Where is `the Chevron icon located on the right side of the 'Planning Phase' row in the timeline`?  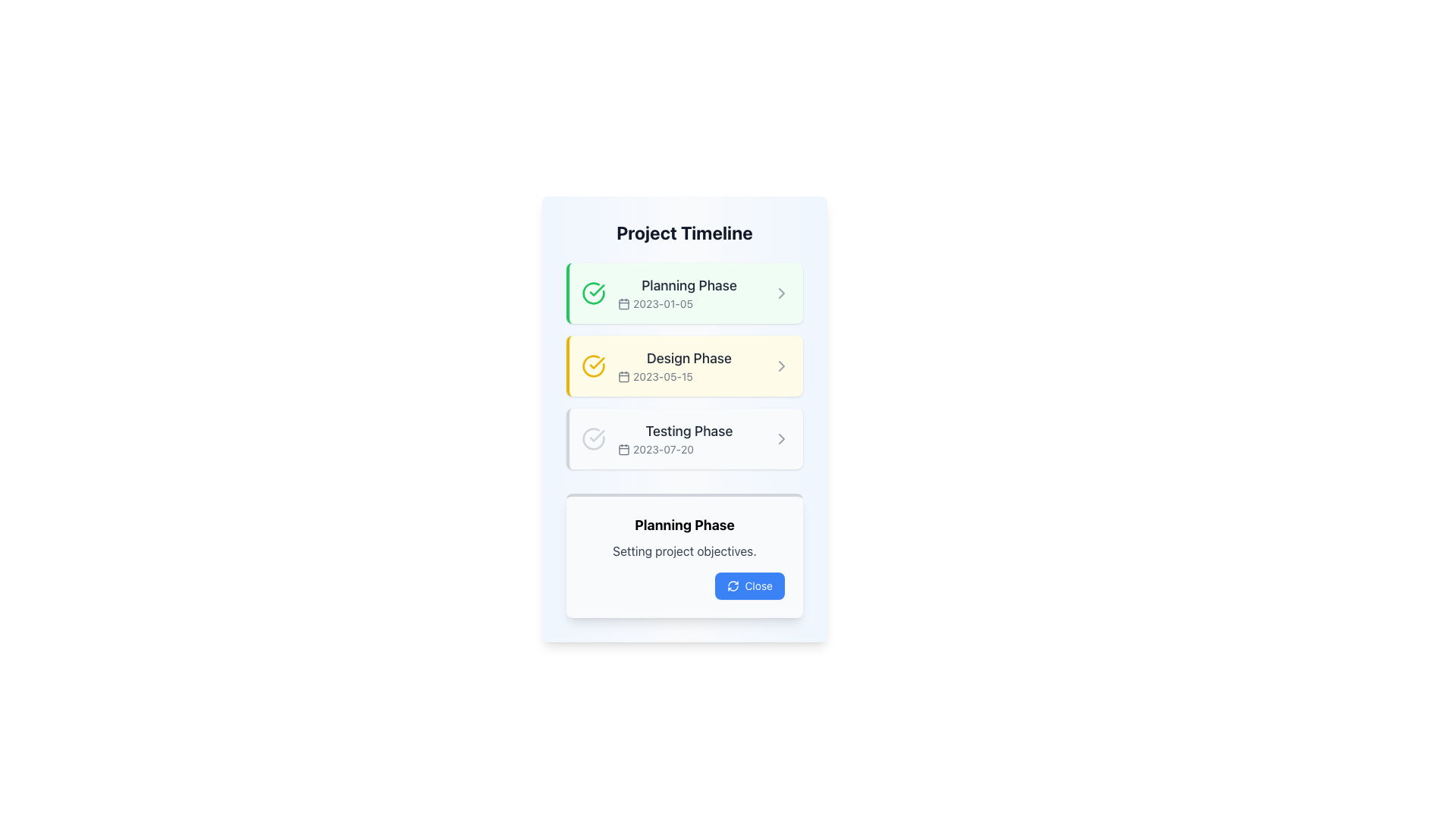 the Chevron icon located on the right side of the 'Planning Phase' row in the timeline is located at coordinates (782, 293).